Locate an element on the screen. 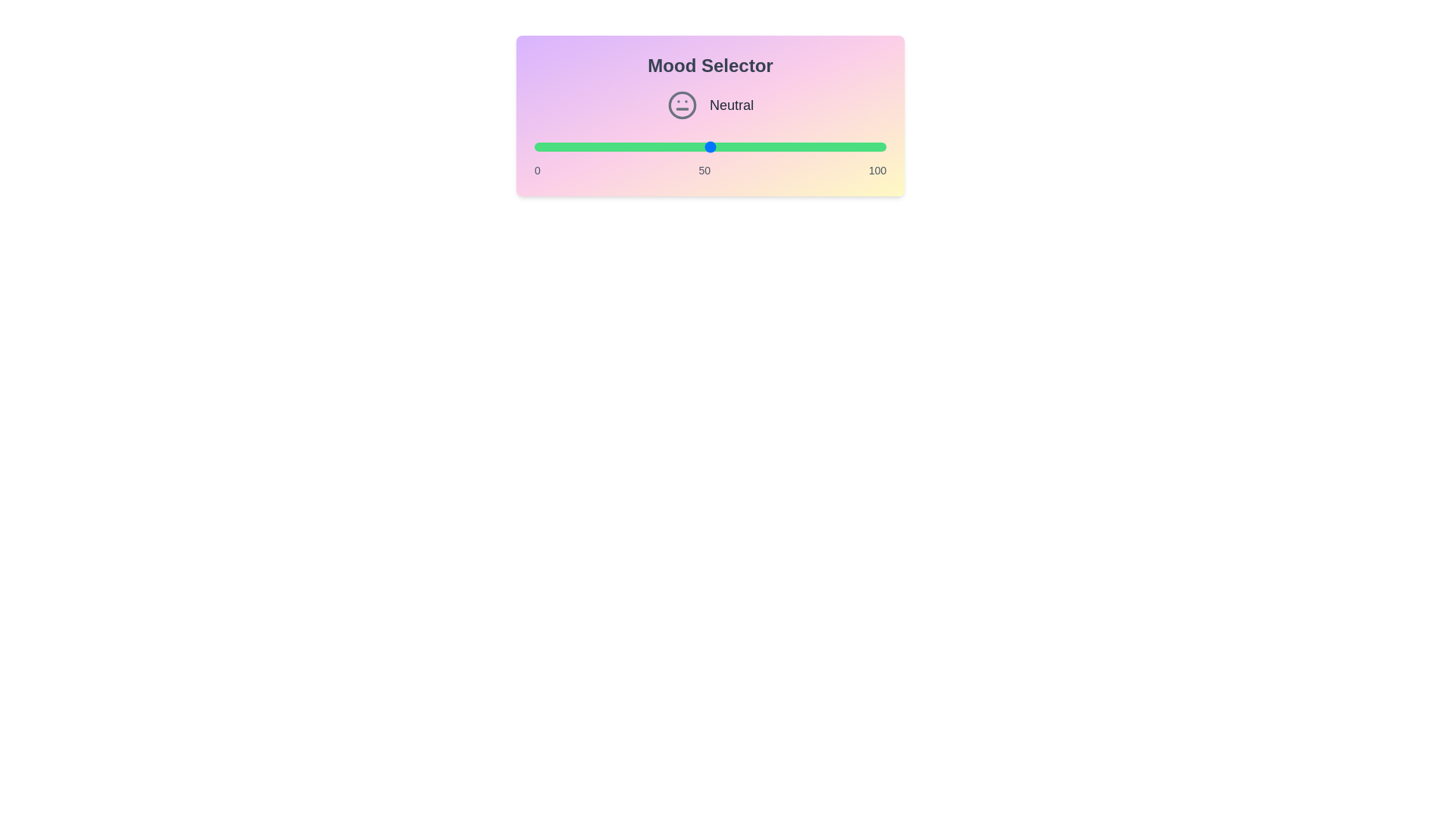 The width and height of the screenshot is (1456, 819). the slider to set the mood value to 15 is located at coordinates (586, 146).